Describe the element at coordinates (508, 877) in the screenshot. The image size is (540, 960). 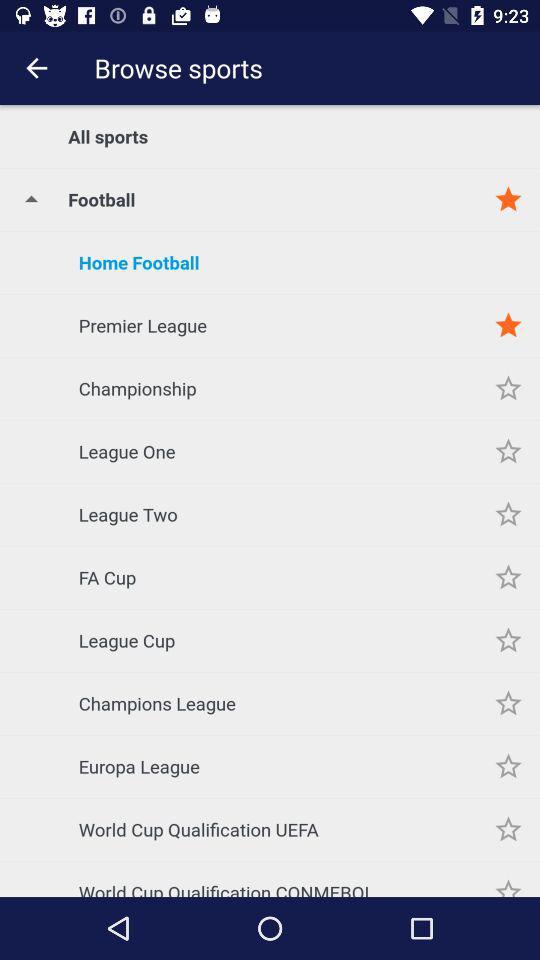
I see `the item` at that location.